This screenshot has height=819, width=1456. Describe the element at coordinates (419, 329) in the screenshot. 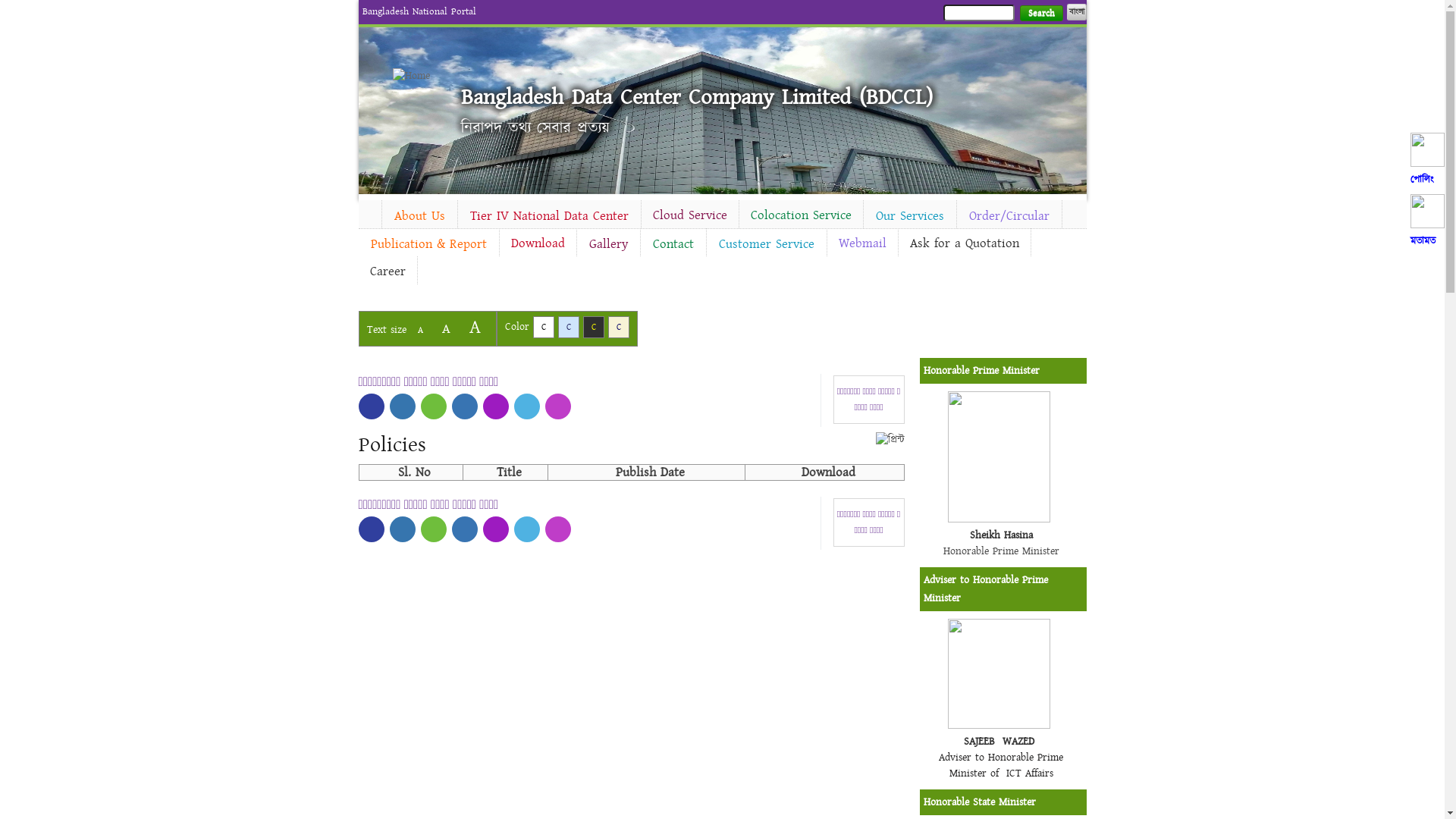

I see `'A'` at that location.